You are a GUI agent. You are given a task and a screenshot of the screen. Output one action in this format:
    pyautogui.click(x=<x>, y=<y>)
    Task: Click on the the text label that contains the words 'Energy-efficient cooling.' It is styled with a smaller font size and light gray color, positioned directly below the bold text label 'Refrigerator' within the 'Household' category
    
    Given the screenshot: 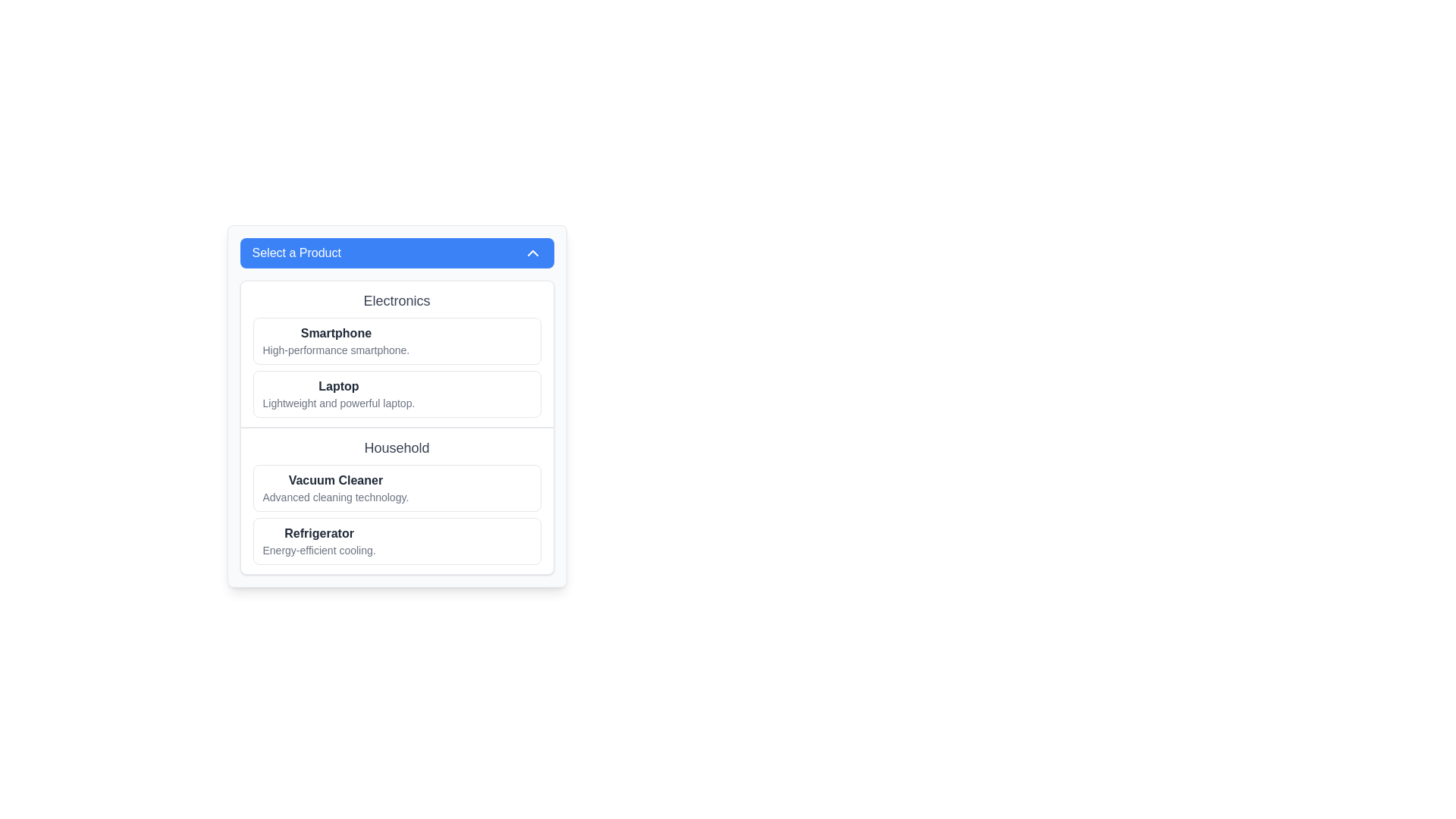 What is the action you would take?
    pyautogui.click(x=318, y=550)
    